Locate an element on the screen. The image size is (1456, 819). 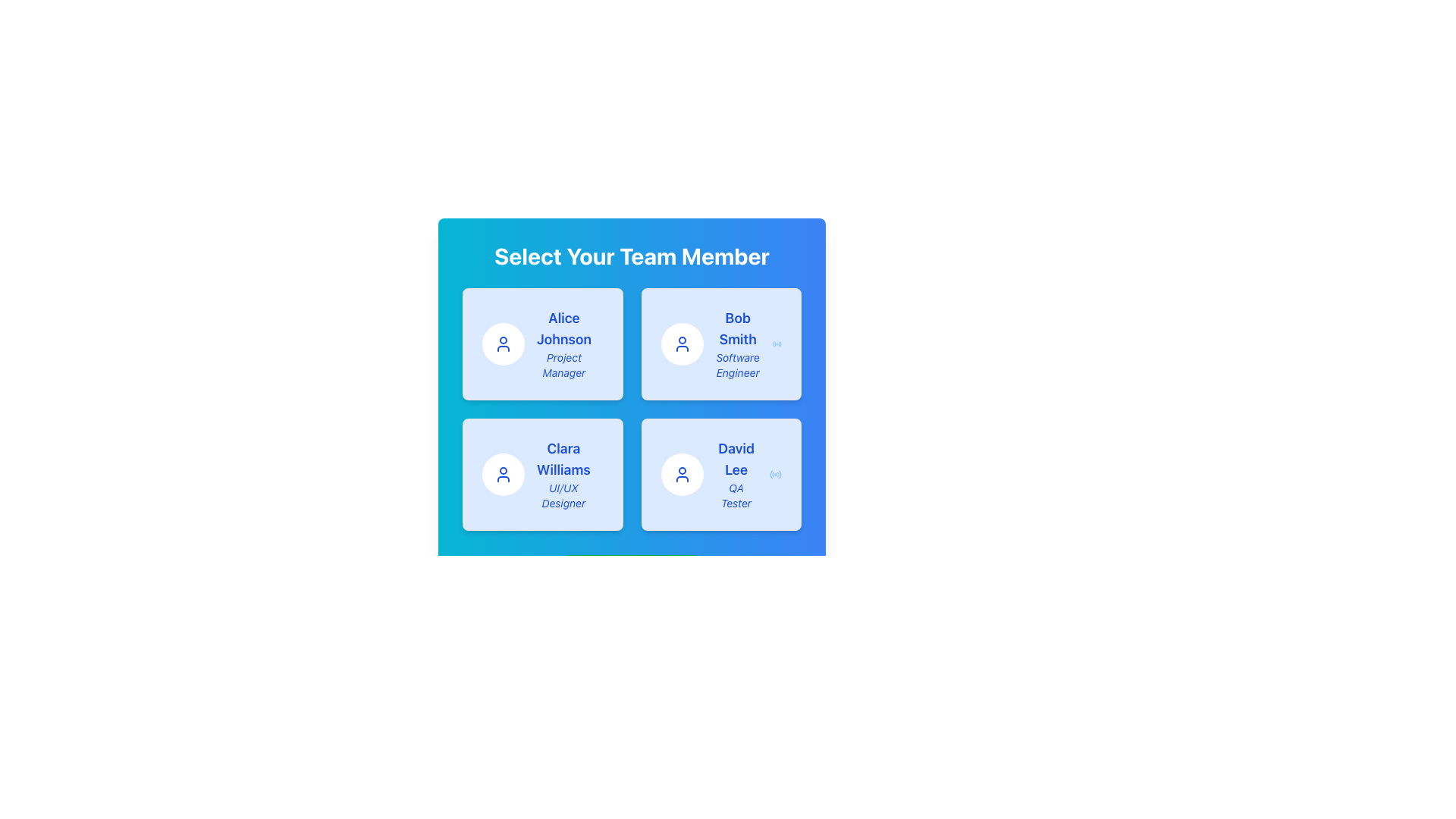
the static text element displaying 'Alice Johnson', which is the first line of text in the card located in the top-left corner of the grid is located at coordinates (563, 328).